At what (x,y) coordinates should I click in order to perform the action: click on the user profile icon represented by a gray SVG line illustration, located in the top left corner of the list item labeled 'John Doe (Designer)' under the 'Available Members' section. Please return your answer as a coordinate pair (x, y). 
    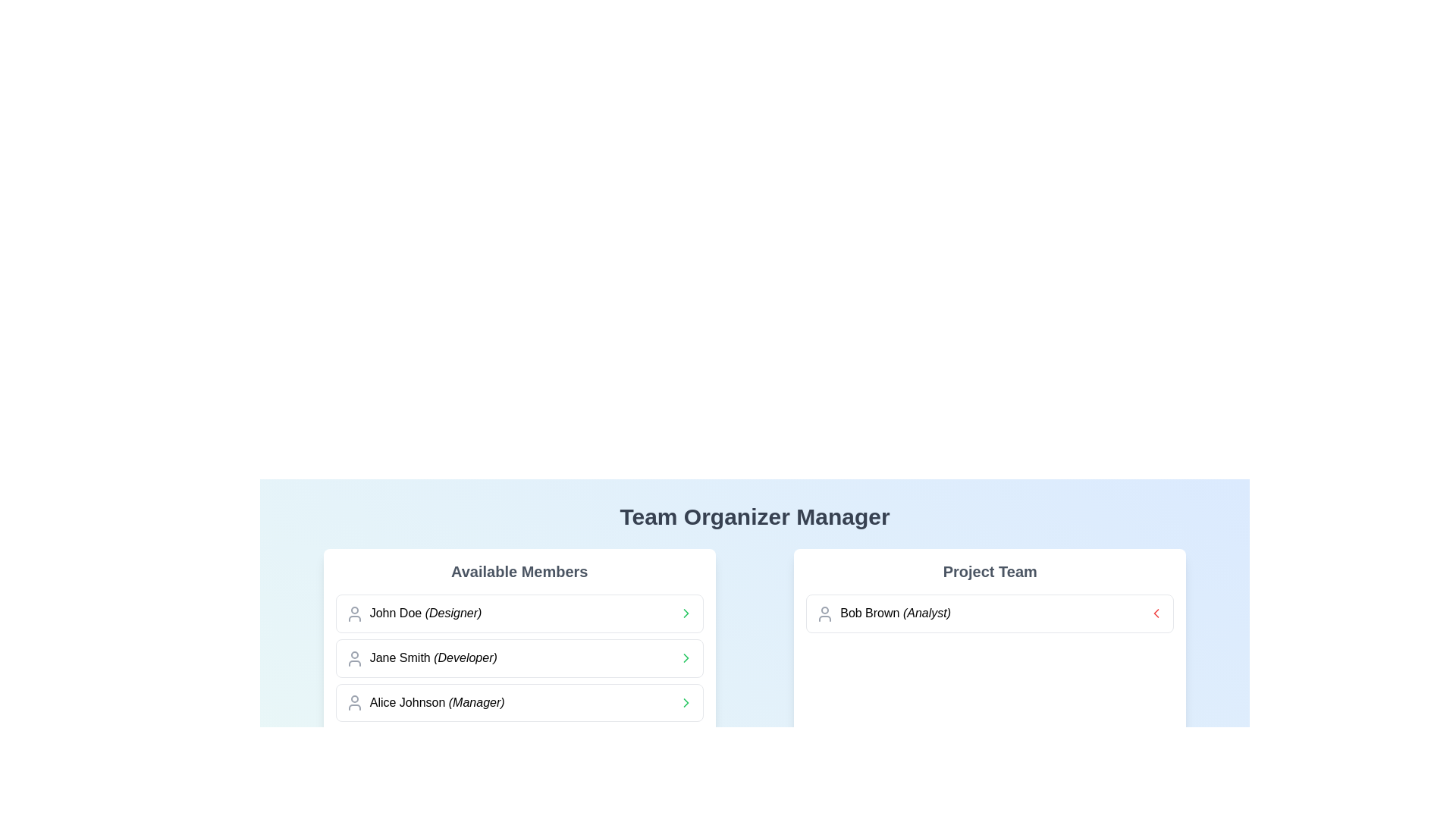
    Looking at the image, I should click on (353, 613).